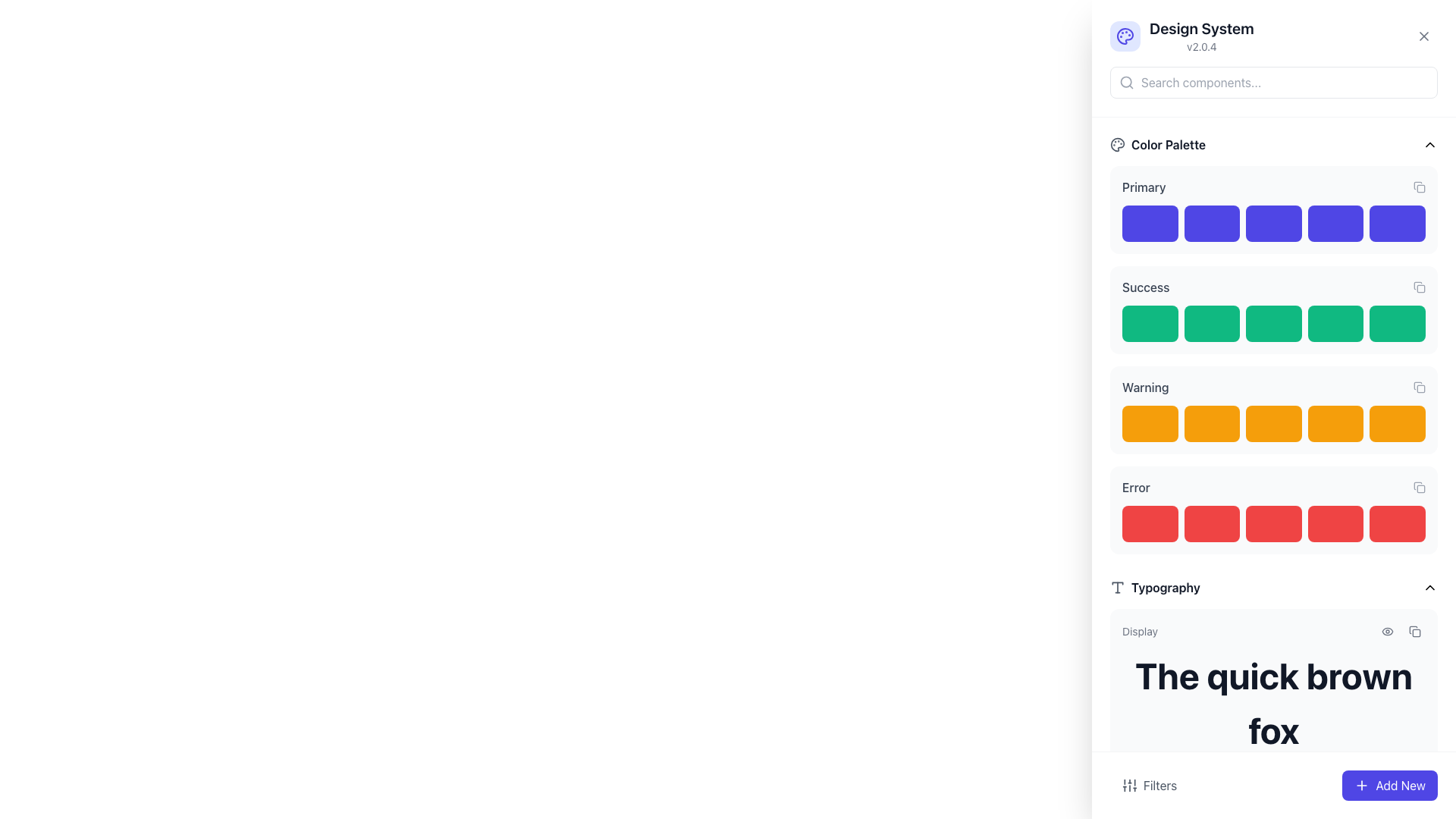  I want to click on the second button in the top-right section of the interface, so click(1414, 632).